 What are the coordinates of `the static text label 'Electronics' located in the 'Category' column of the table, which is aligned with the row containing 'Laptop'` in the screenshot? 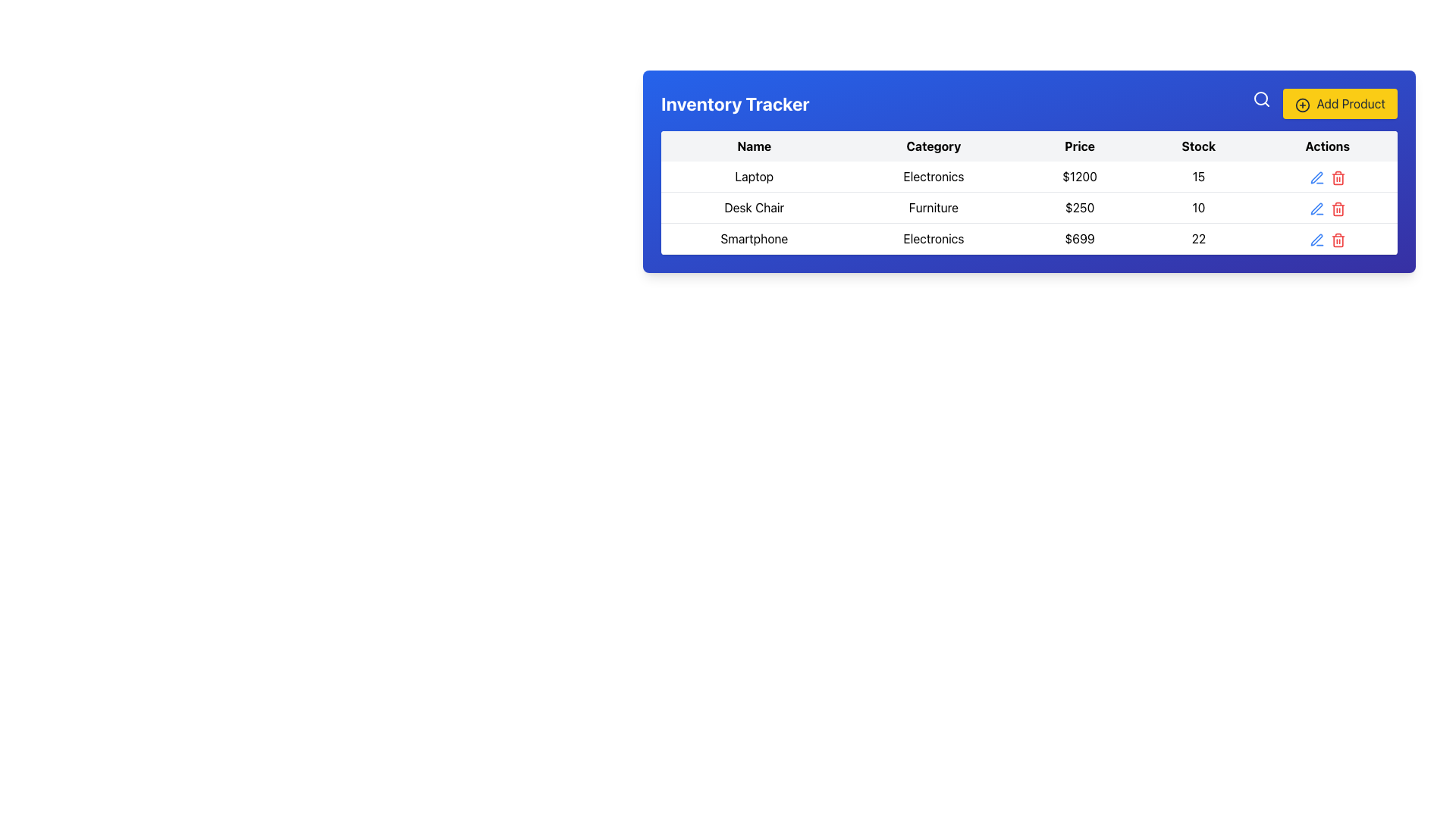 It's located at (933, 176).